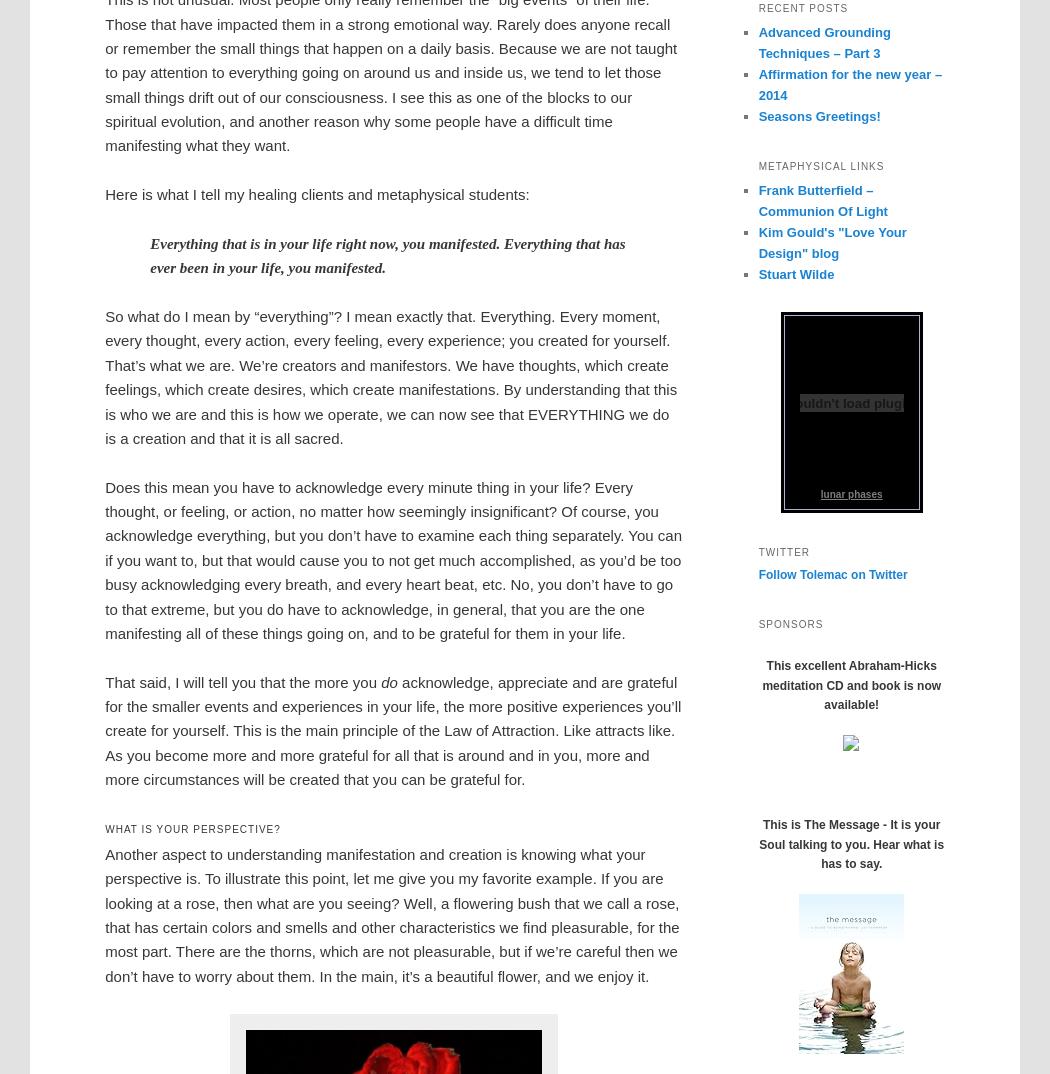  I want to click on 'Metaphysical links', so click(757, 165).